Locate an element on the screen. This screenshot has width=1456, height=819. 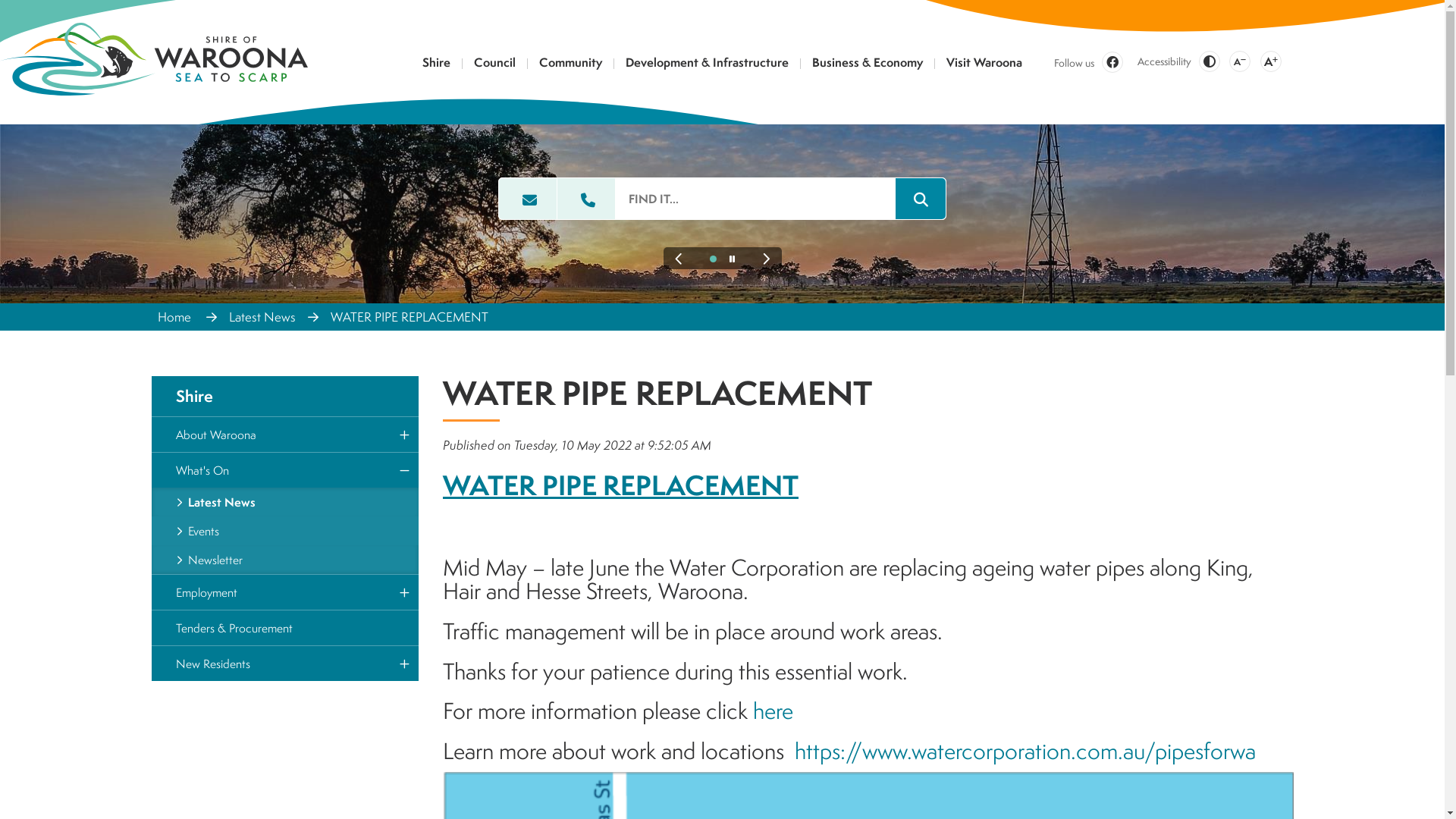
'Previous Slide' is located at coordinates (677, 259).